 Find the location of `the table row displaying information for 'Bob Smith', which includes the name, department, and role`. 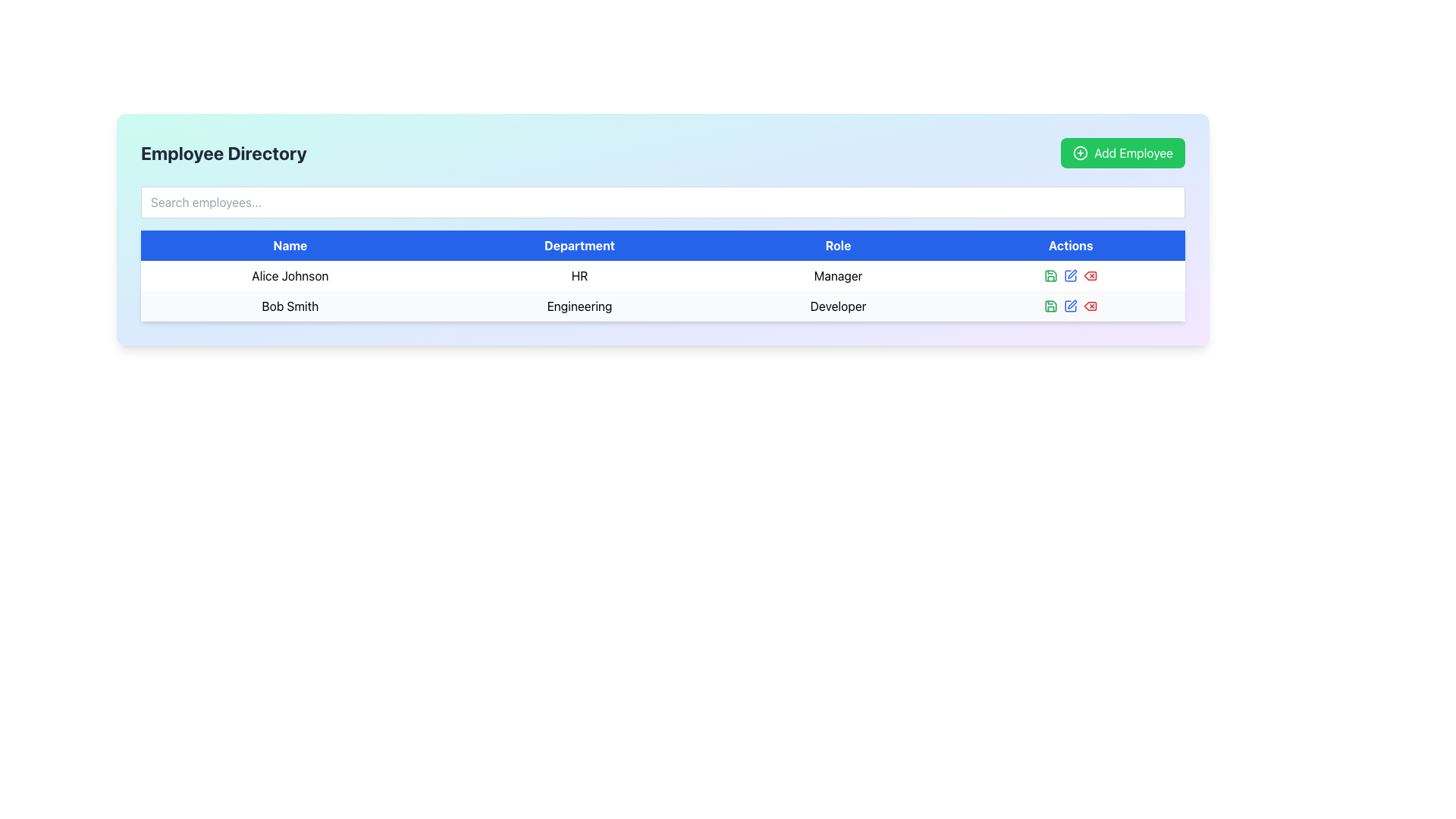

the table row displaying information for 'Bob Smith', which includes the name, department, and role is located at coordinates (663, 306).